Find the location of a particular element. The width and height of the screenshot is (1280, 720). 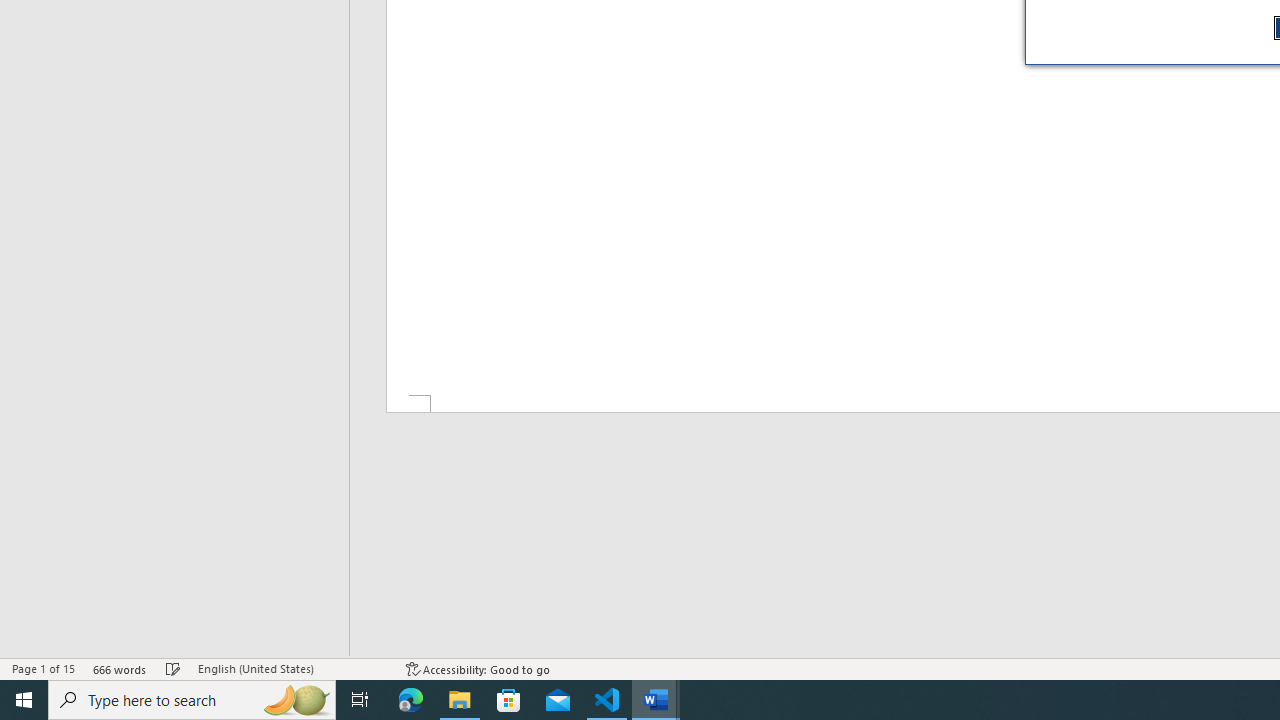

'Type here to search' is located at coordinates (192, 698).